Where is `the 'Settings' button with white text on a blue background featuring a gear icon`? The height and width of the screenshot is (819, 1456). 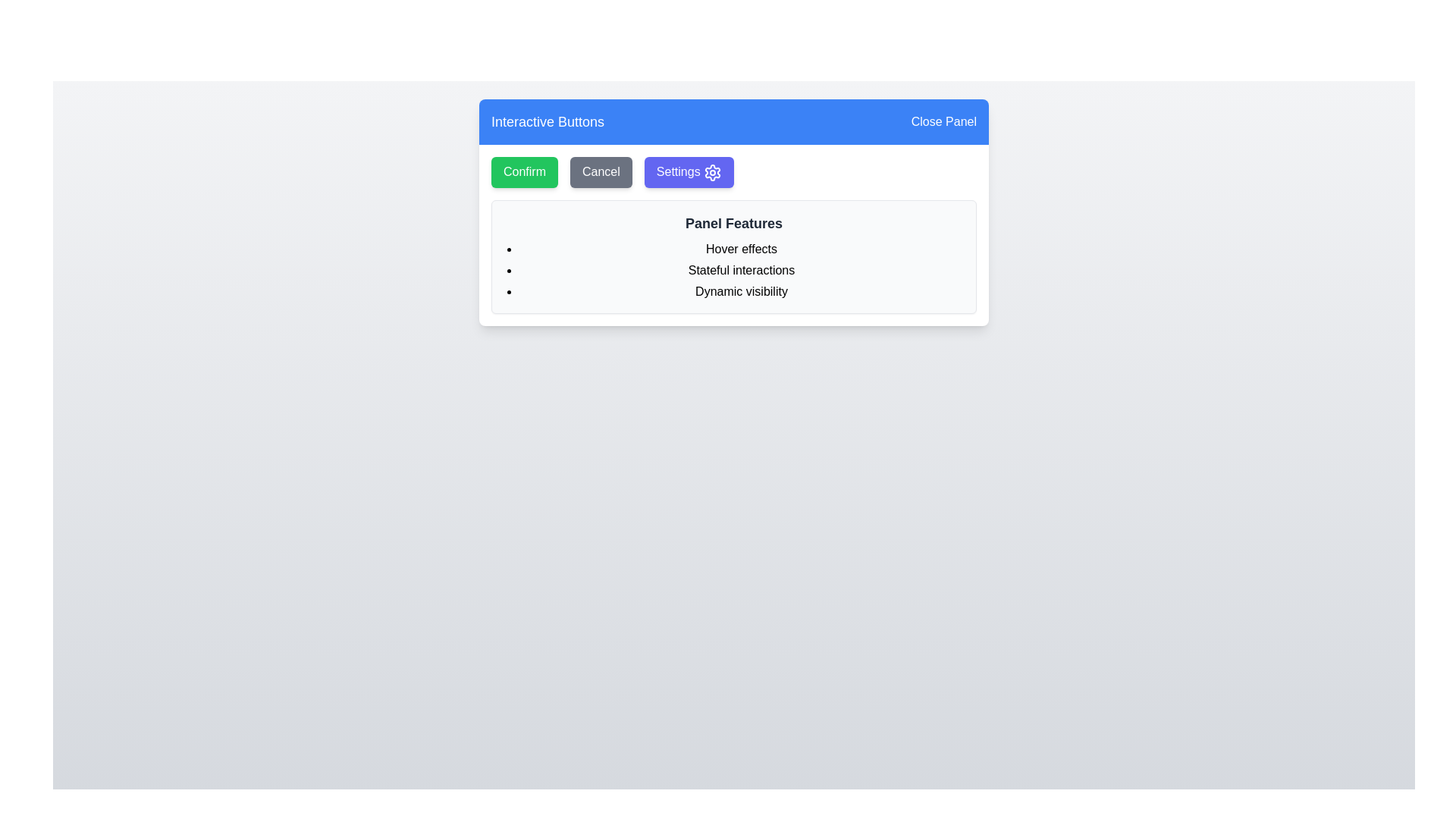 the 'Settings' button with white text on a blue background featuring a gear icon is located at coordinates (688, 171).